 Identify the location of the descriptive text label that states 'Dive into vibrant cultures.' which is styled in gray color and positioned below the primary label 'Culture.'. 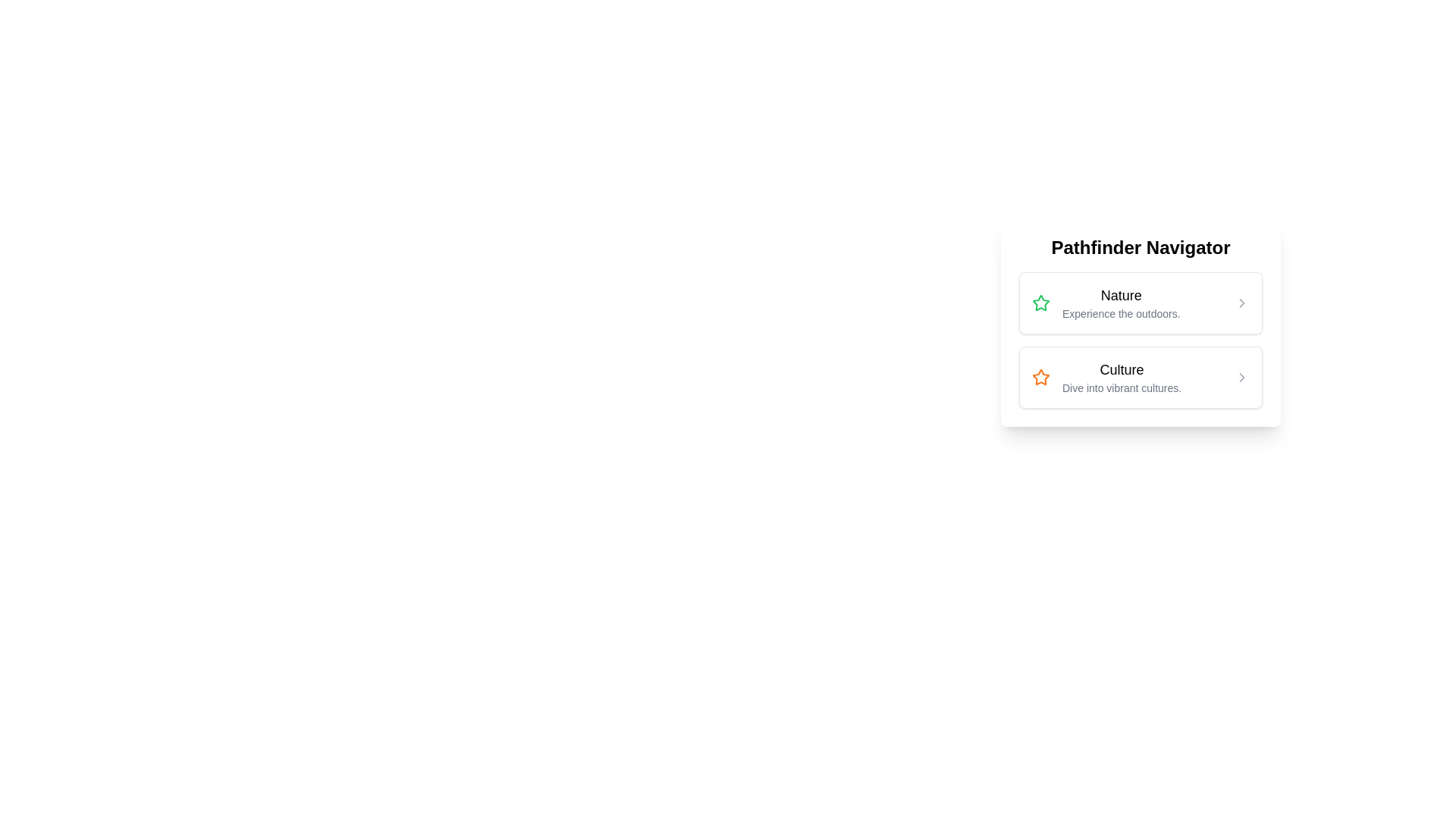
(1122, 388).